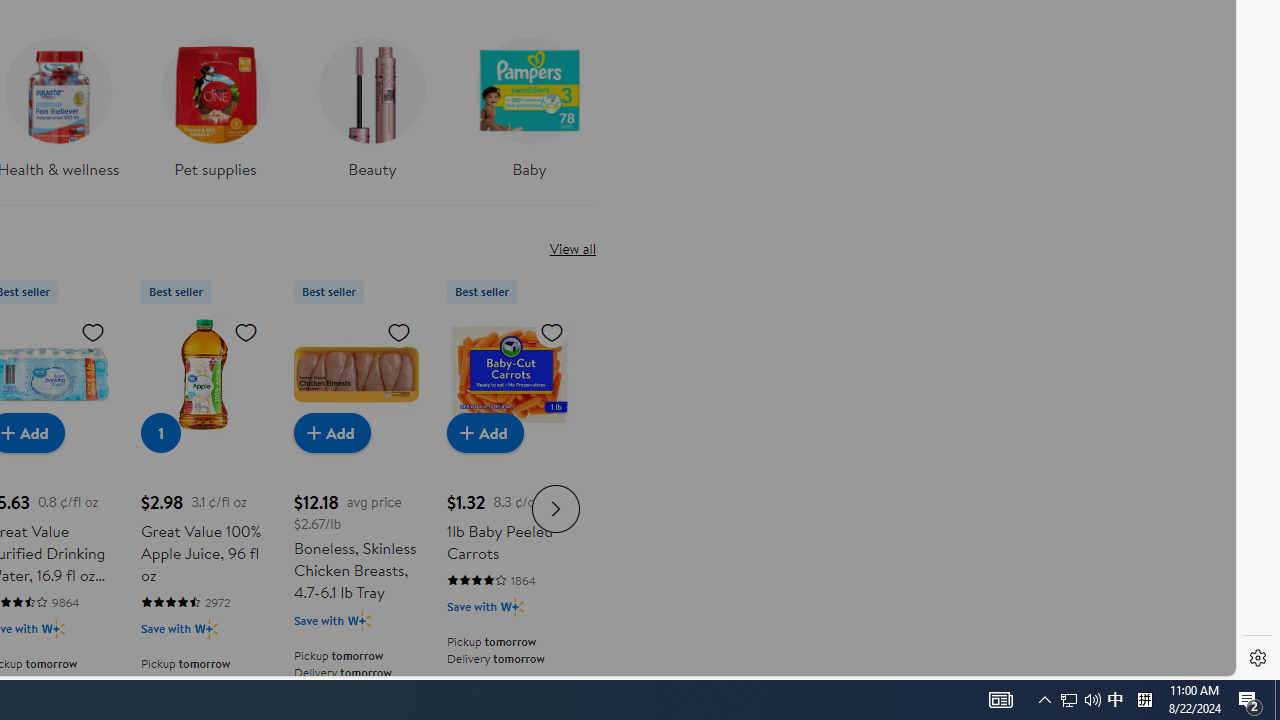 The width and height of the screenshot is (1280, 720). I want to click on 'View all', so click(571, 247).